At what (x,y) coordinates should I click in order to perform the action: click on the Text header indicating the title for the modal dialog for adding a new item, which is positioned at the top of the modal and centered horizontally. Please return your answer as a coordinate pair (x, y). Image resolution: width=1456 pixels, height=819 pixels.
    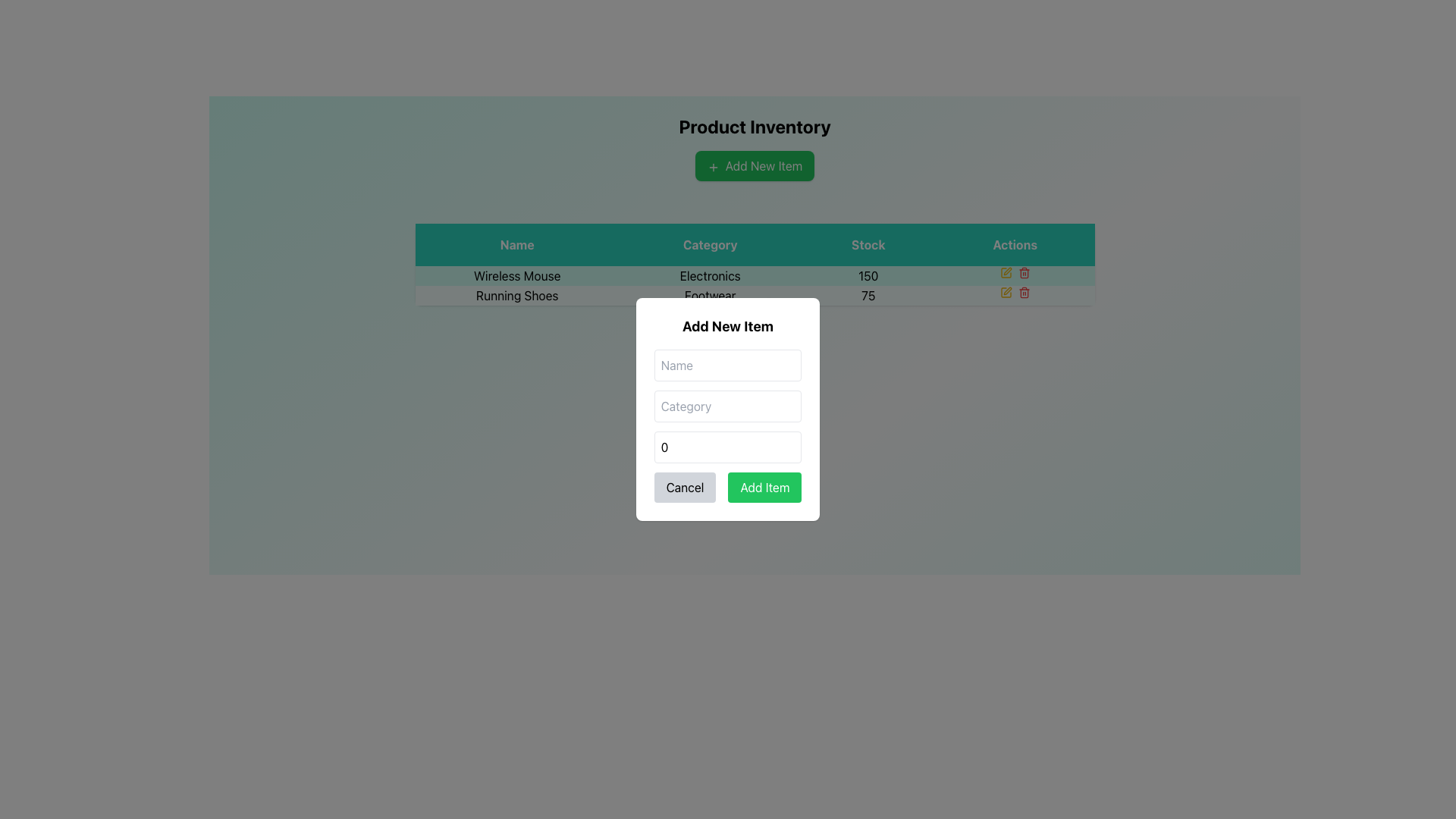
    Looking at the image, I should click on (728, 326).